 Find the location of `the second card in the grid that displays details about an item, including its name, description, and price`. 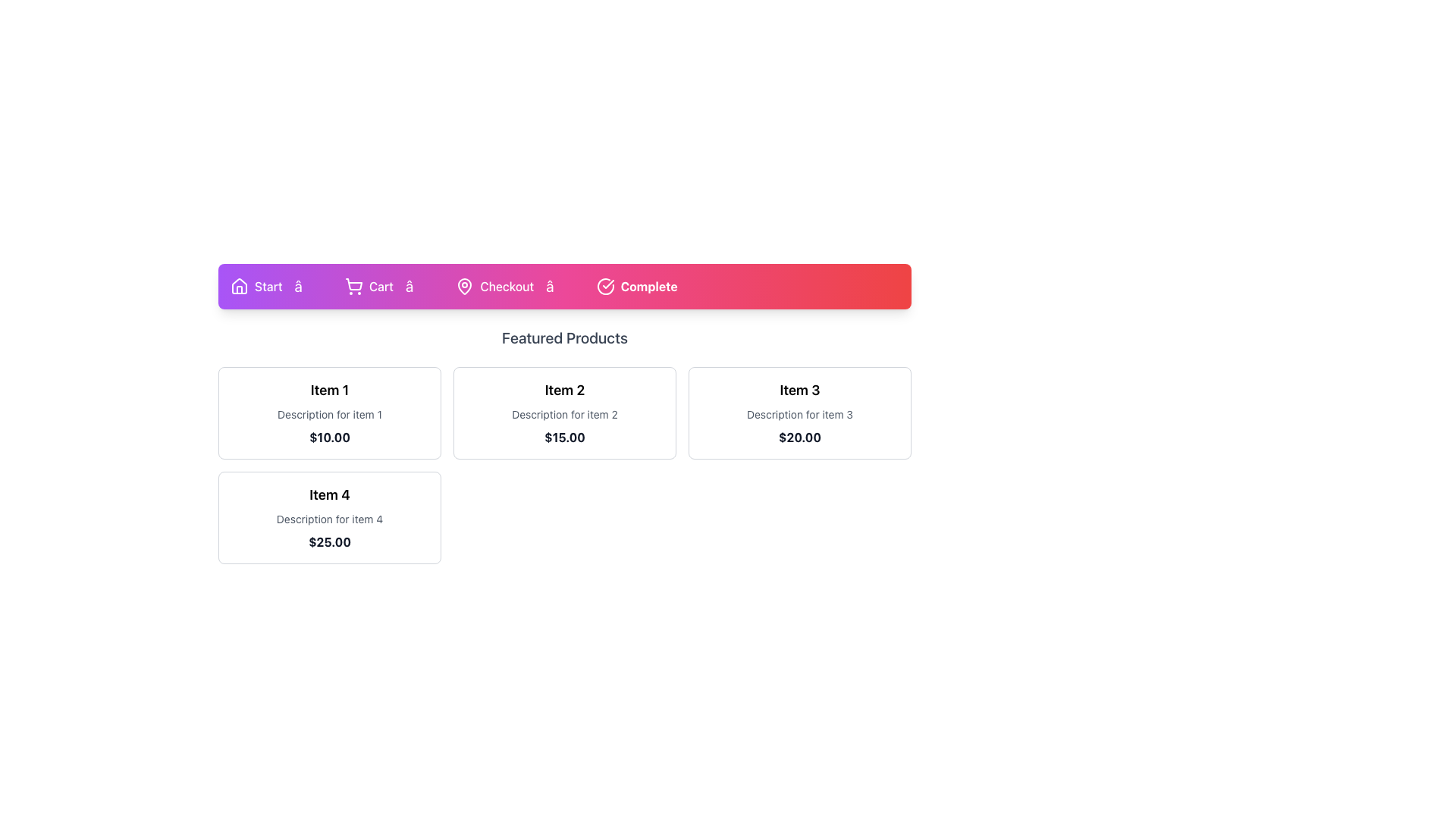

the second card in the grid that displays details about an item, including its name, description, and price is located at coordinates (563, 413).